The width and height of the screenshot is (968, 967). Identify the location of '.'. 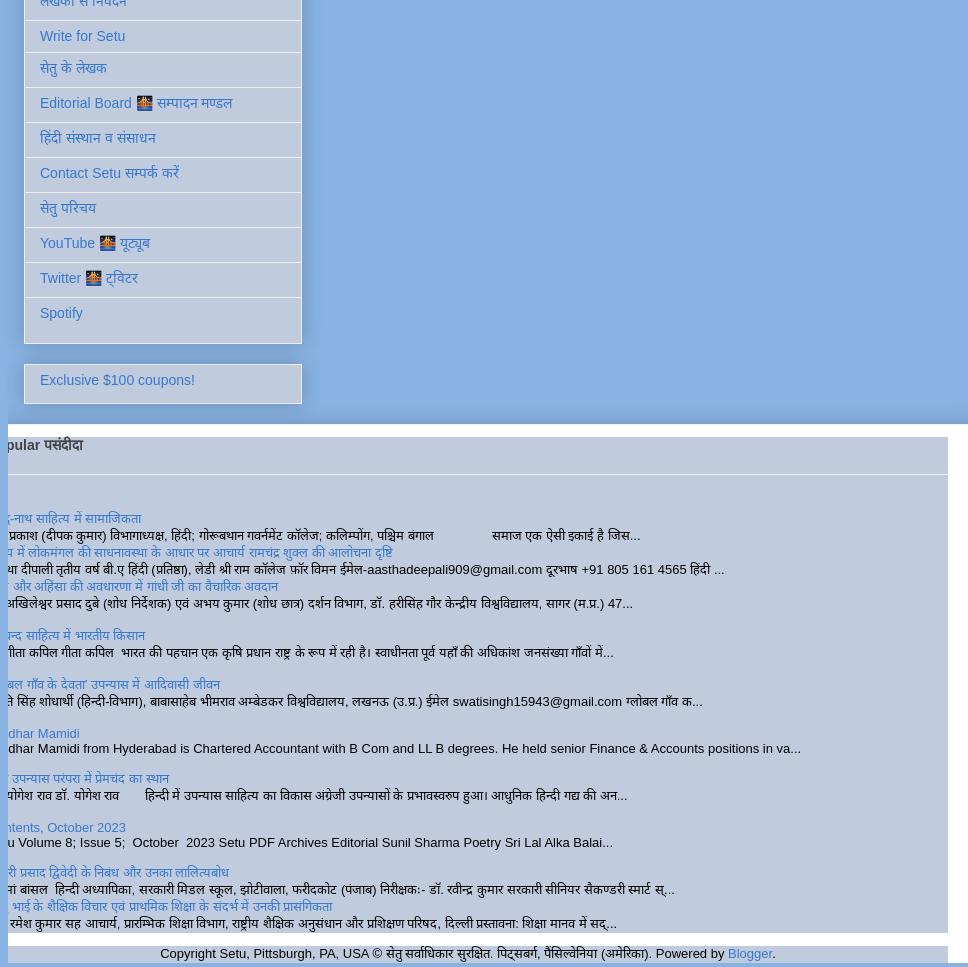
(770, 951).